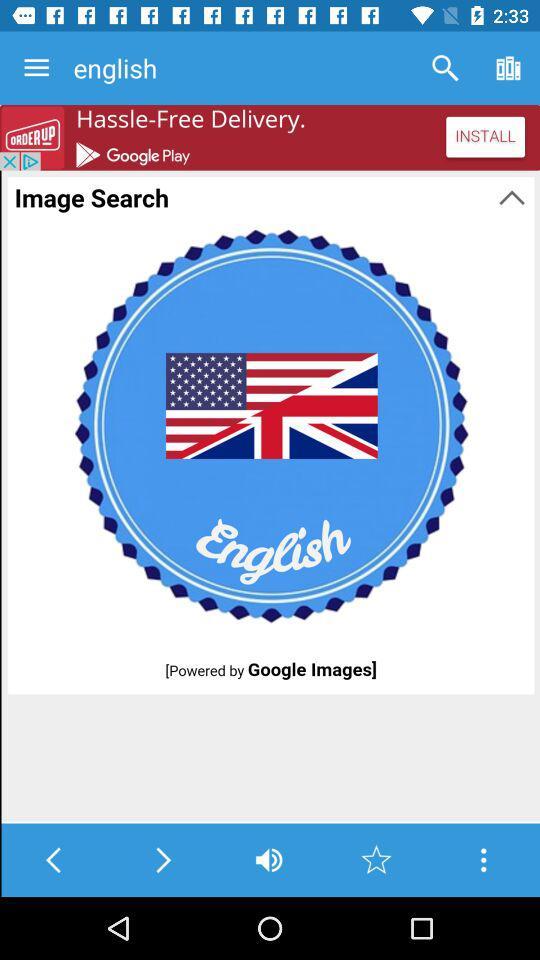 The height and width of the screenshot is (960, 540). What do you see at coordinates (376, 859) in the screenshot?
I see `rating star` at bounding box center [376, 859].